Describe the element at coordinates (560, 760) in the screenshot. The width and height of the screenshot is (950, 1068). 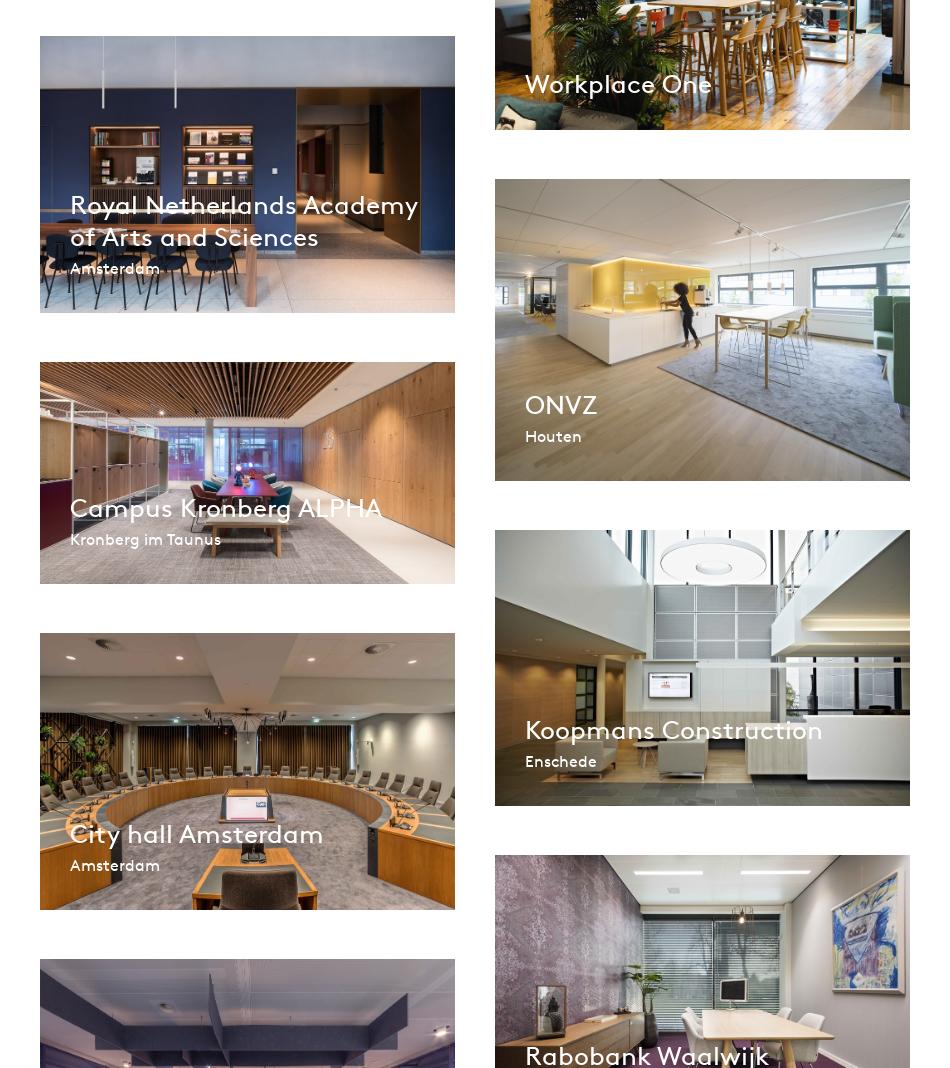
I see `'Enschede'` at that location.